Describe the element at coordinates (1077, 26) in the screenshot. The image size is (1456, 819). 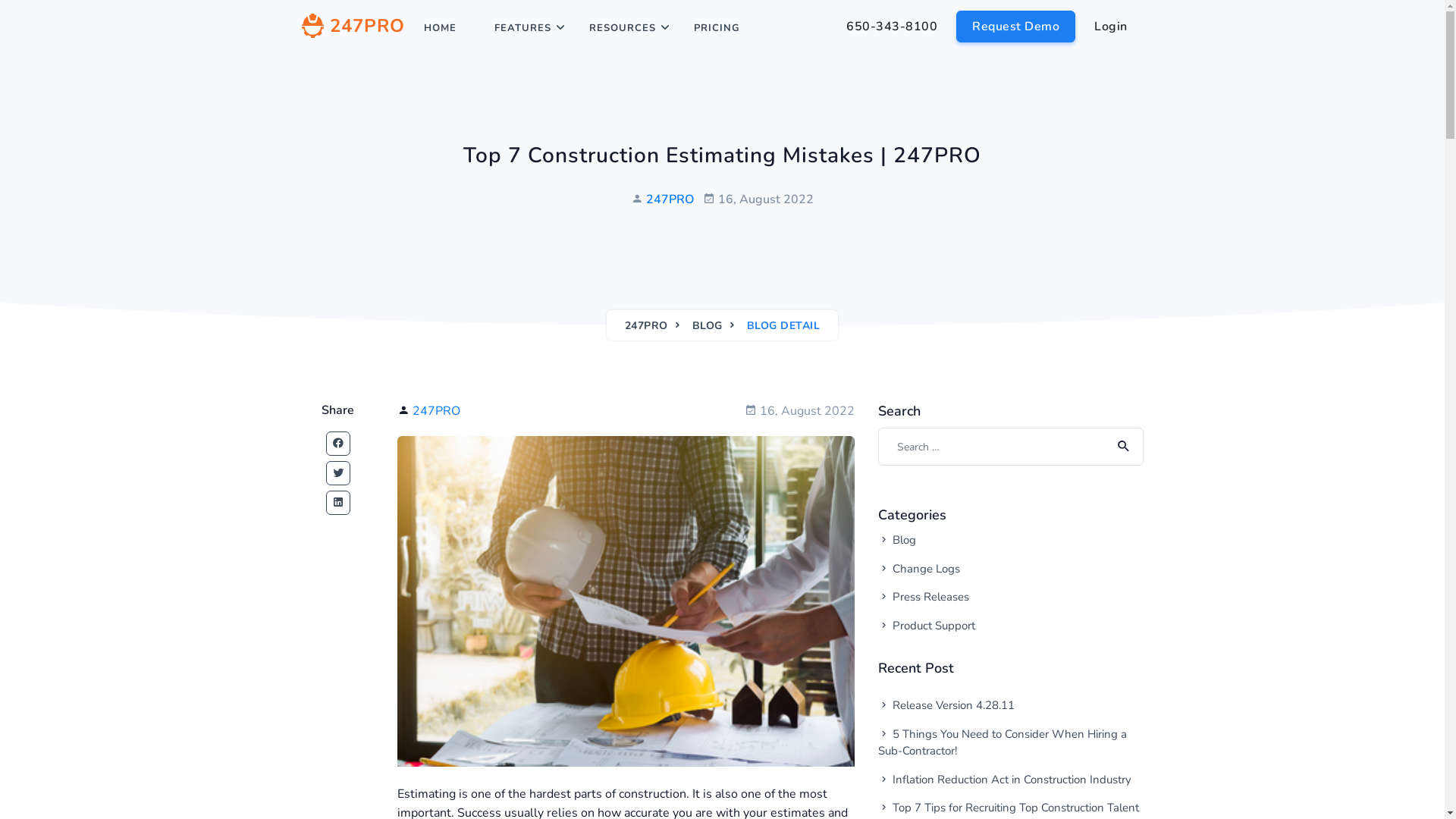
I see `'Login'` at that location.